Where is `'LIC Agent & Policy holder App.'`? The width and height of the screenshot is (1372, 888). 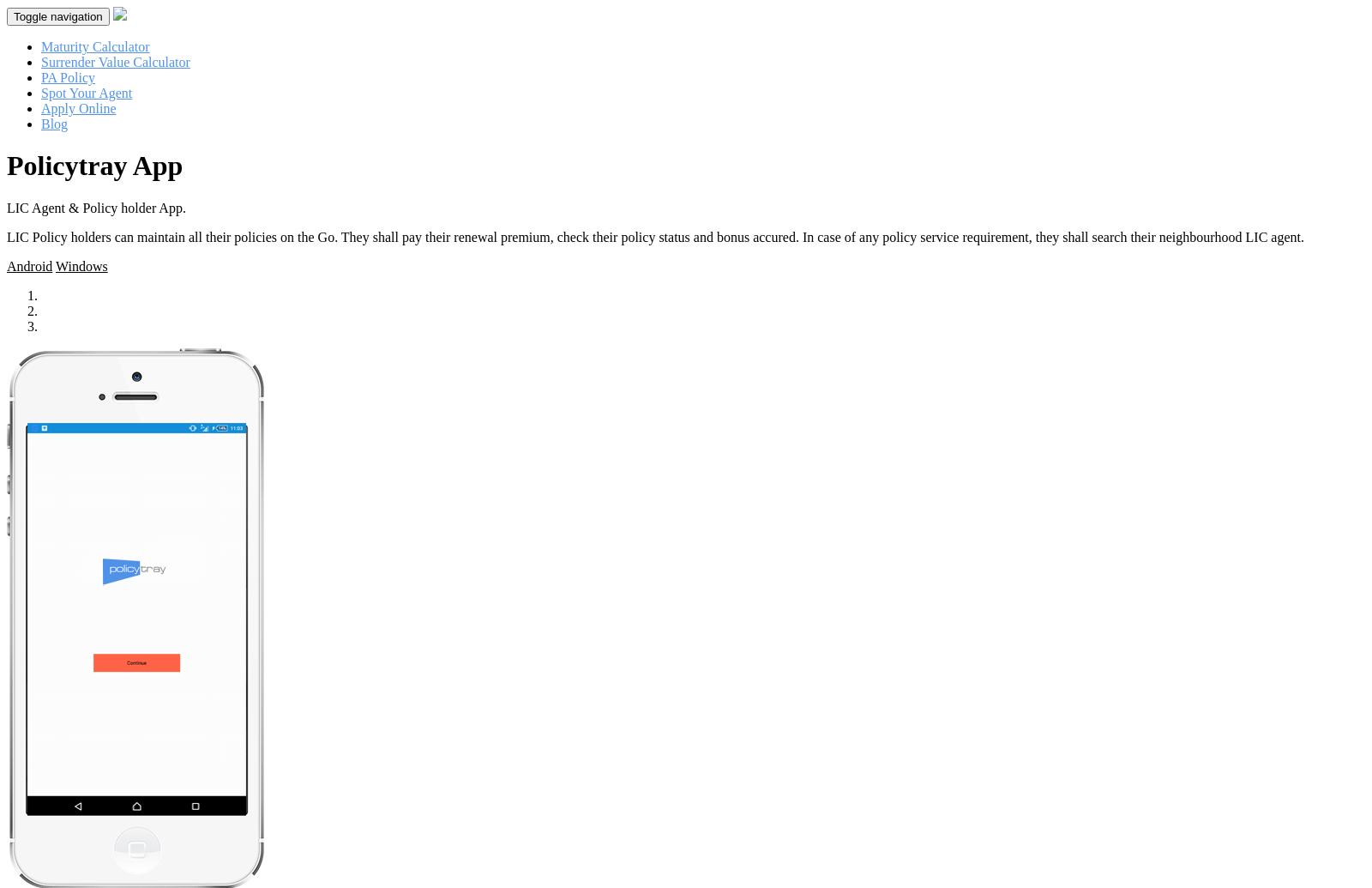 'LIC Agent & Policy holder App.' is located at coordinates (95, 207).